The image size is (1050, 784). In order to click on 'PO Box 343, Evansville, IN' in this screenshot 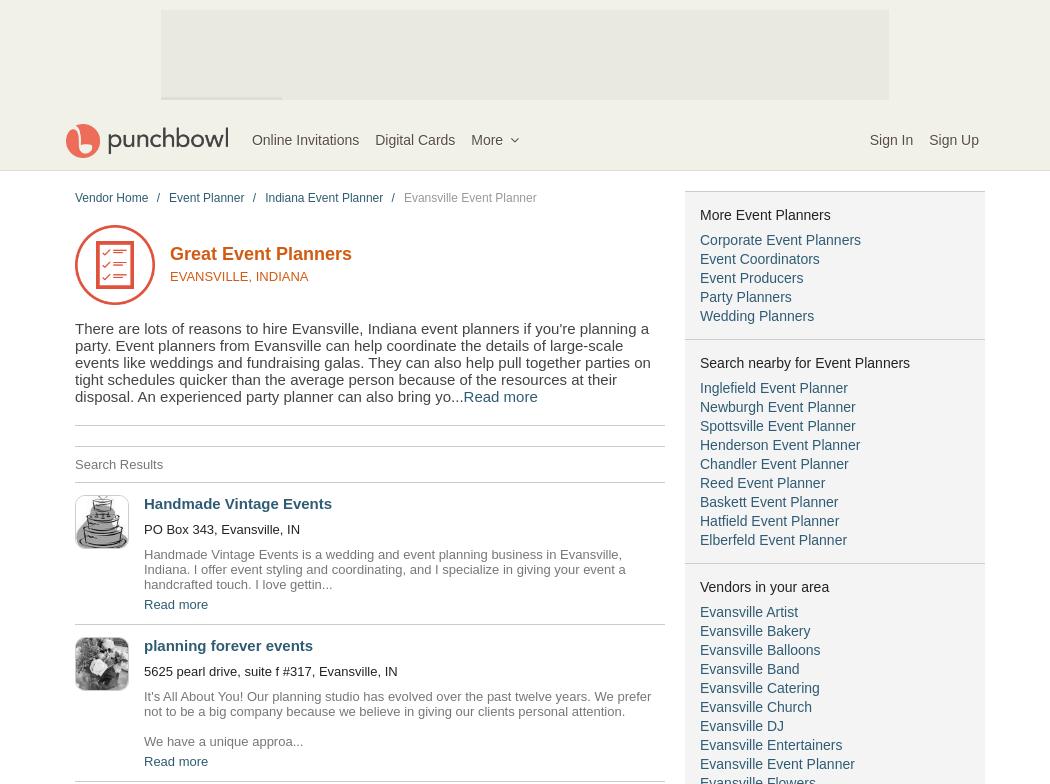, I will do `click(220, 529)`.